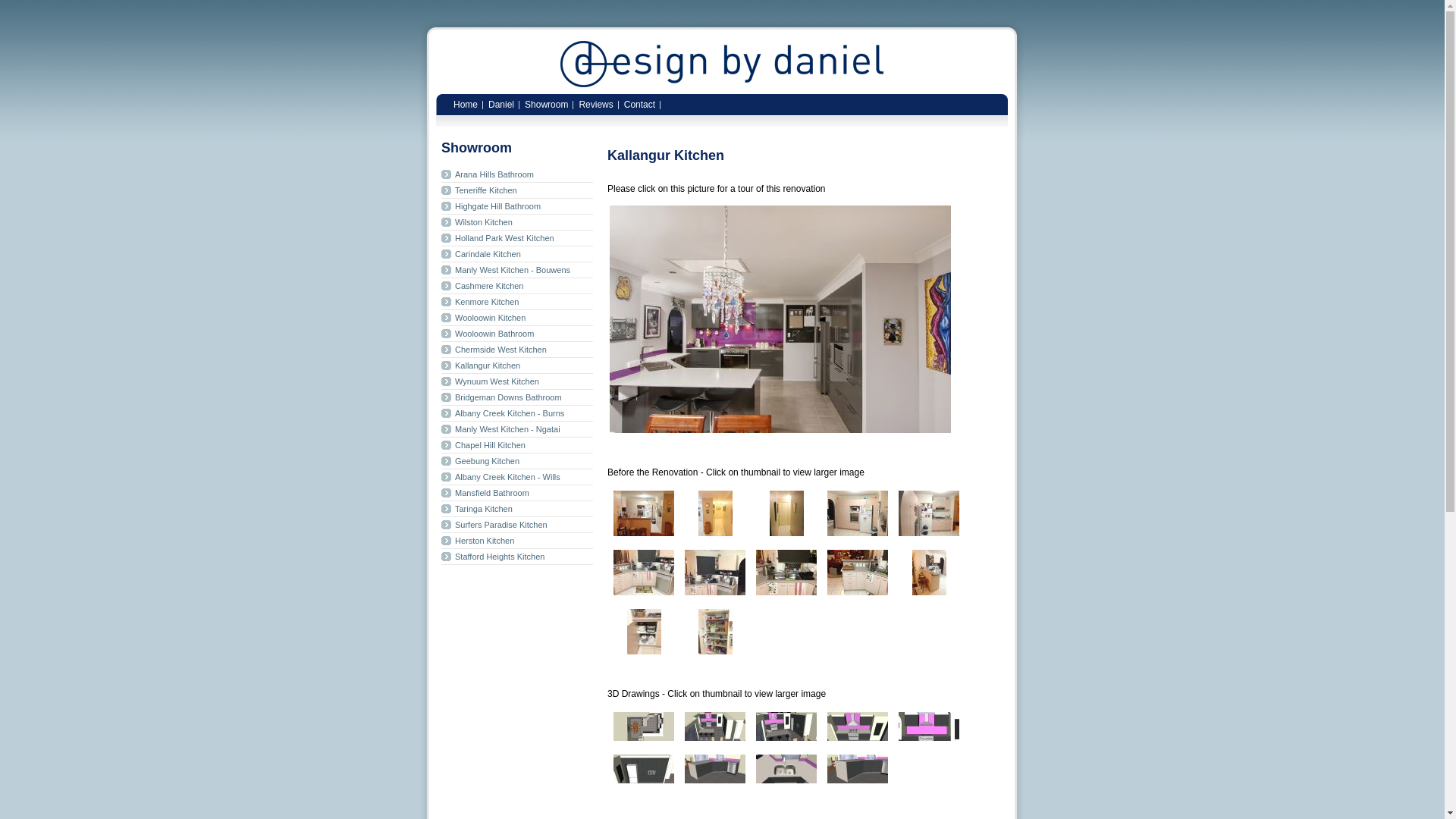 This screenshot has height=819, width=1456. What do you see at coordinates (516, 206) in the screenshot?
I see `'Highgate Hill Bathroom'` at bounding box center [516, 206].